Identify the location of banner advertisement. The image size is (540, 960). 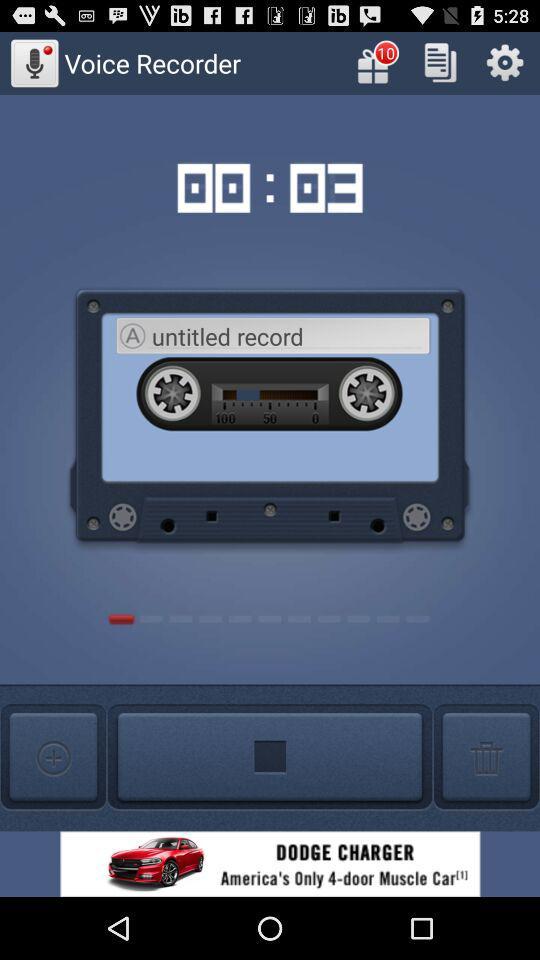
(270, 863).